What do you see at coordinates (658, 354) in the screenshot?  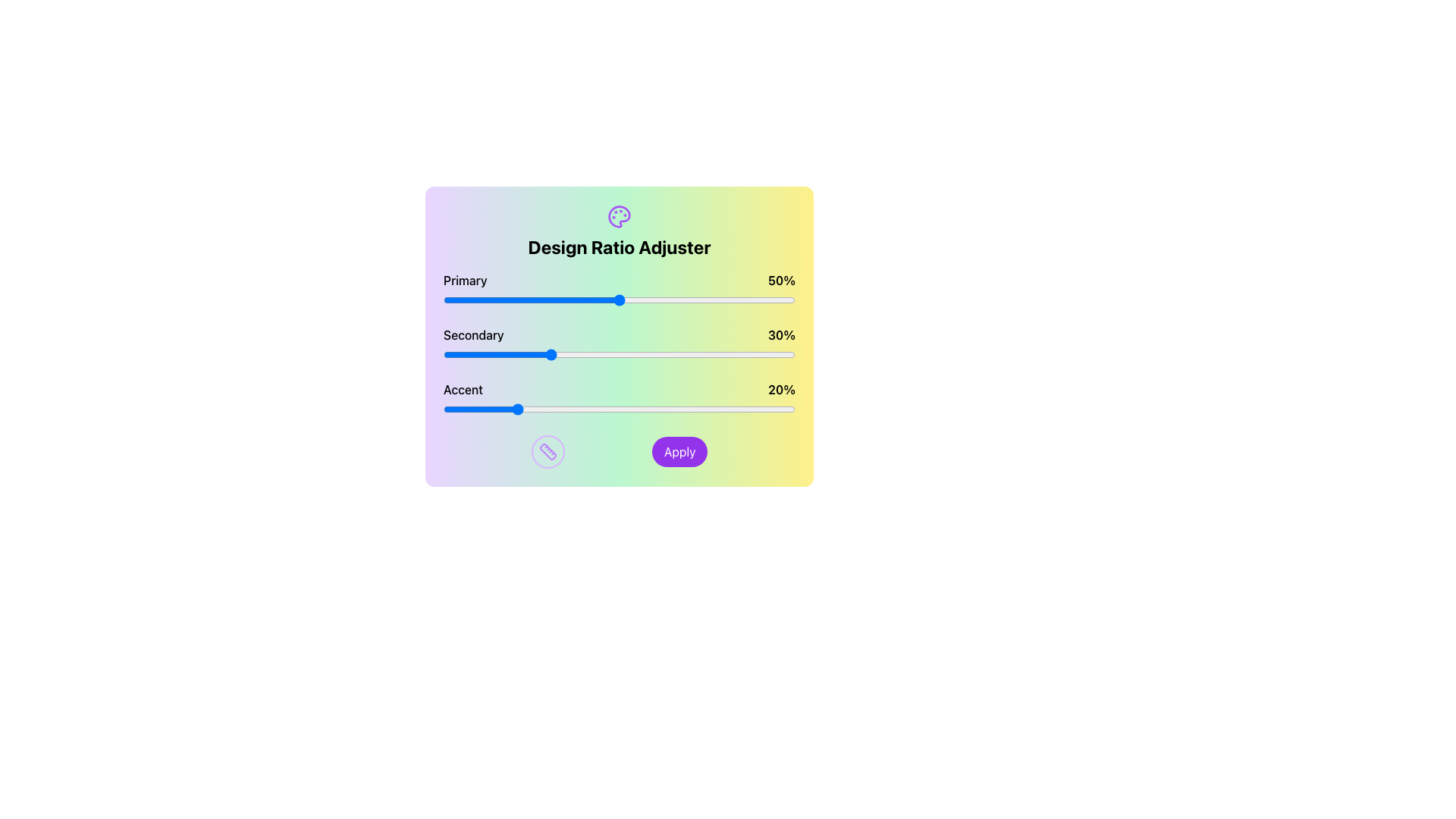 I see `the secondary slider value` at bounding box center [658, 354].